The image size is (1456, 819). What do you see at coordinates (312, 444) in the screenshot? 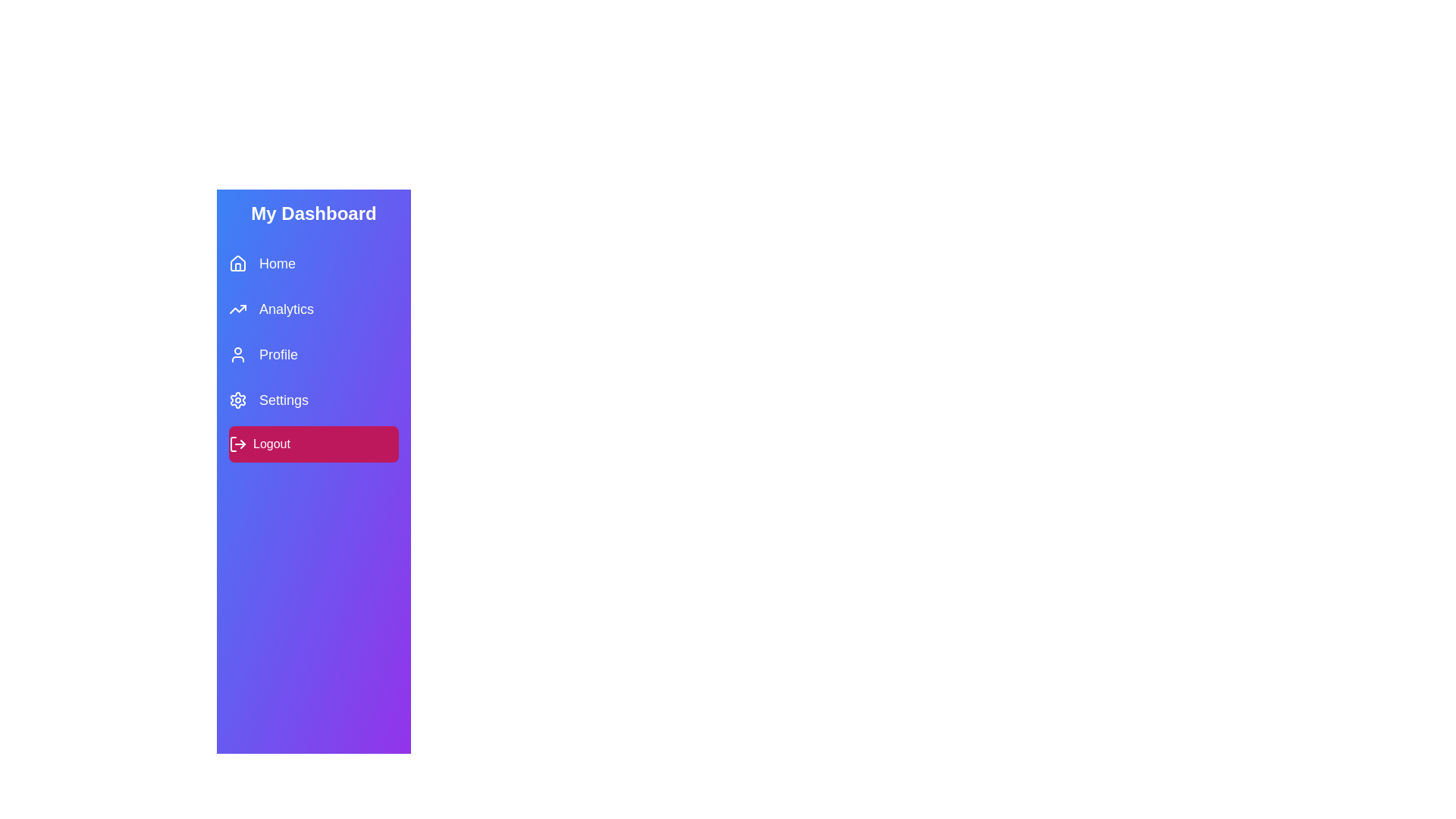
I see `the logout button located at the bottom of the sidebar to log out of the current session` at bounding box center [312, 444].